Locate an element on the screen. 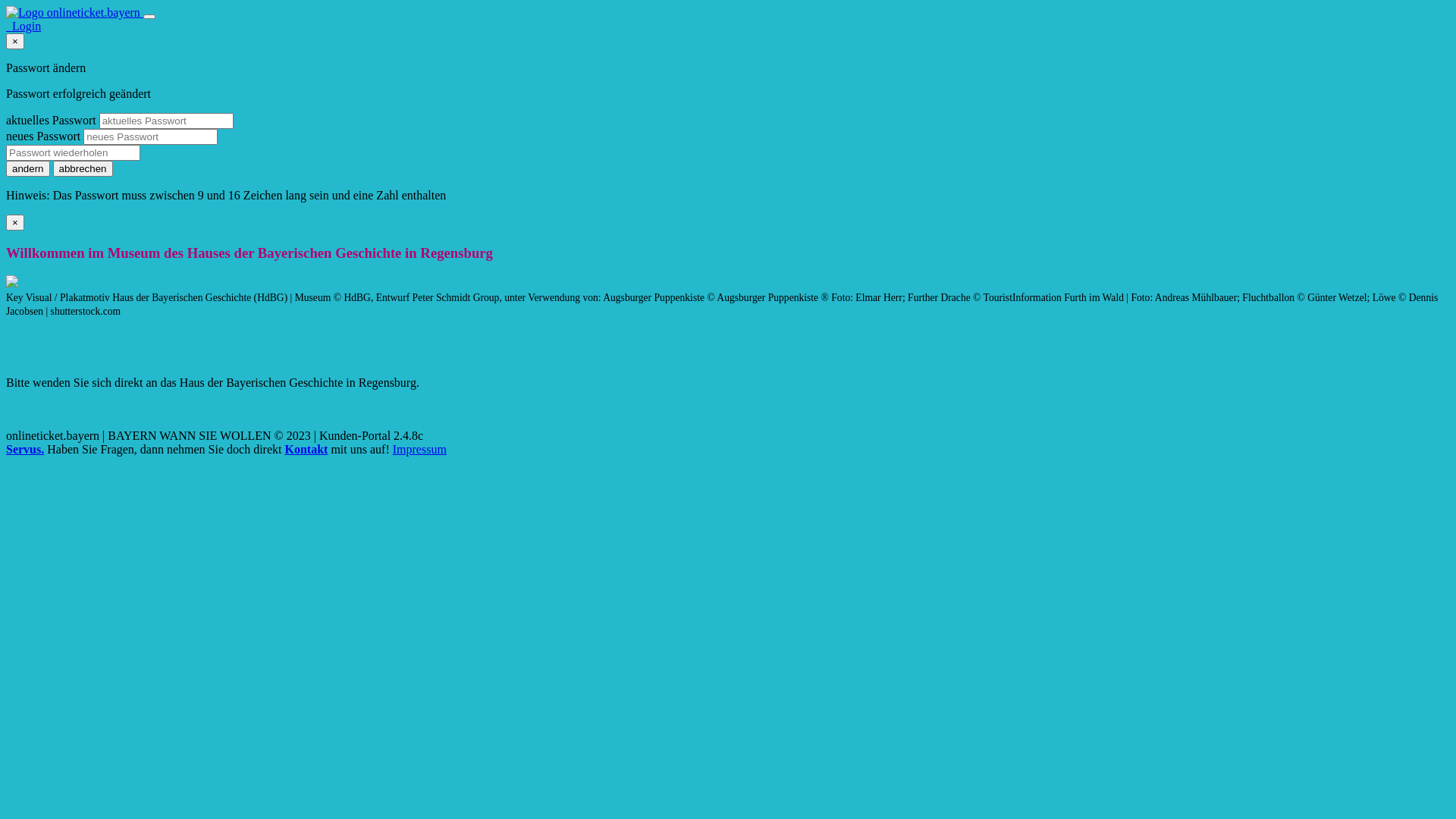 This screenshot has height=819, width=1456. 'andern' is located at coordinates (28, 168).